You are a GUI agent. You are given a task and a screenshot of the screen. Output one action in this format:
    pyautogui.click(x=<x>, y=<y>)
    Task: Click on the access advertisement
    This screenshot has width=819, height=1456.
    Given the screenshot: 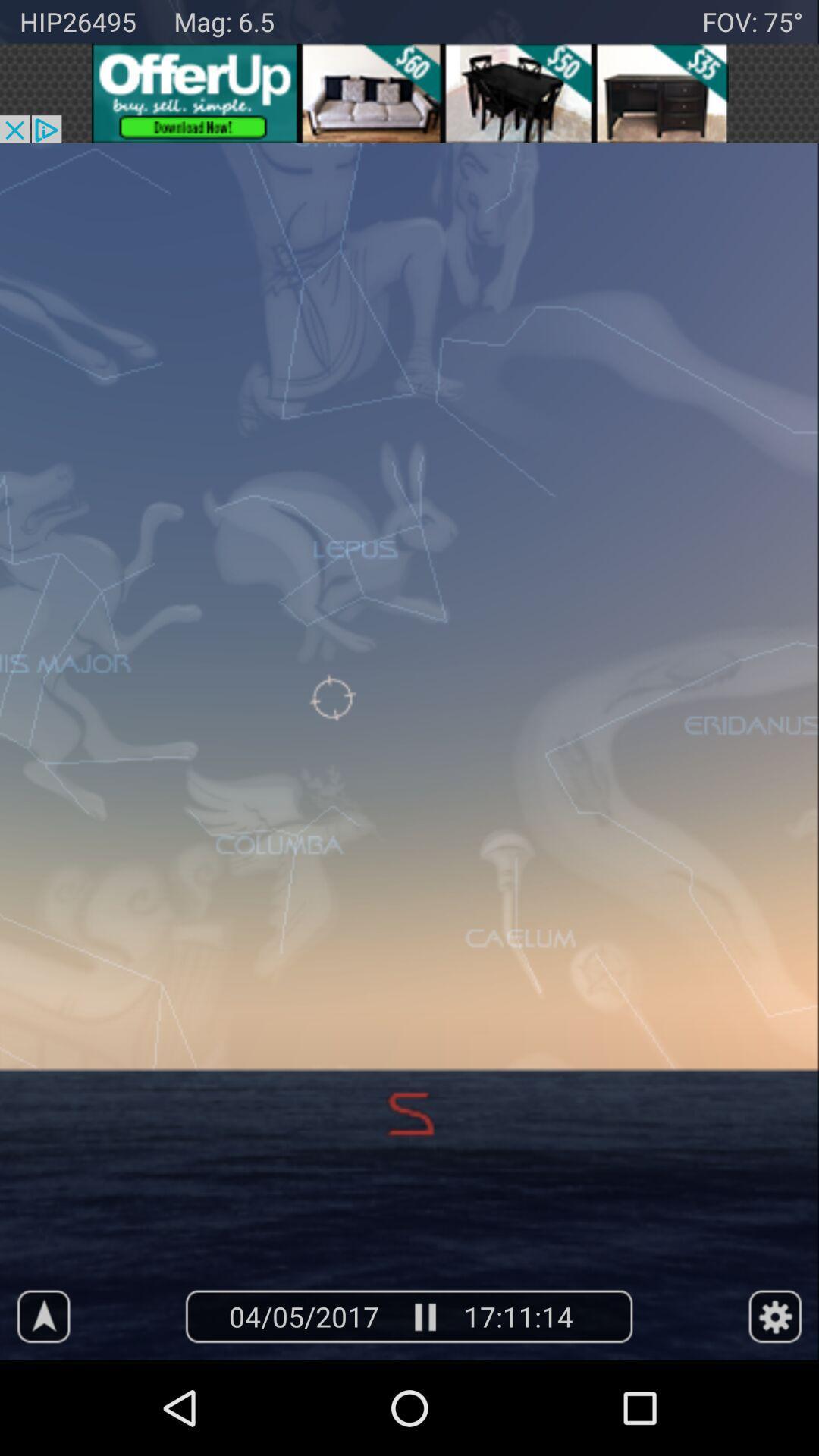 What is the action you would take?
    pyautogui.click(x=409, y=93)
    